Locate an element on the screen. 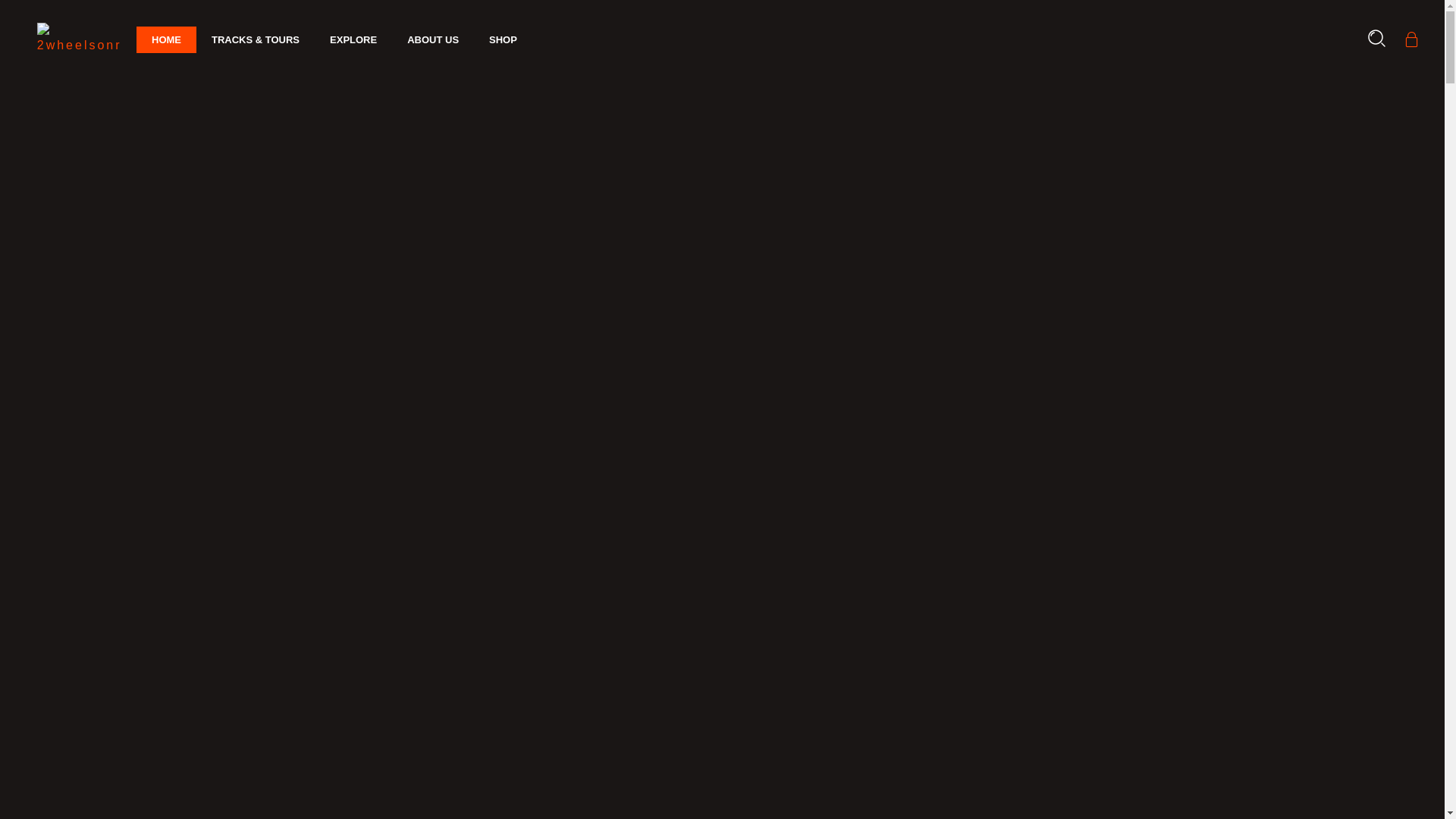 This screenshot has height=819, width=1456. 'SHOP' is located at coordinates (472, 39).